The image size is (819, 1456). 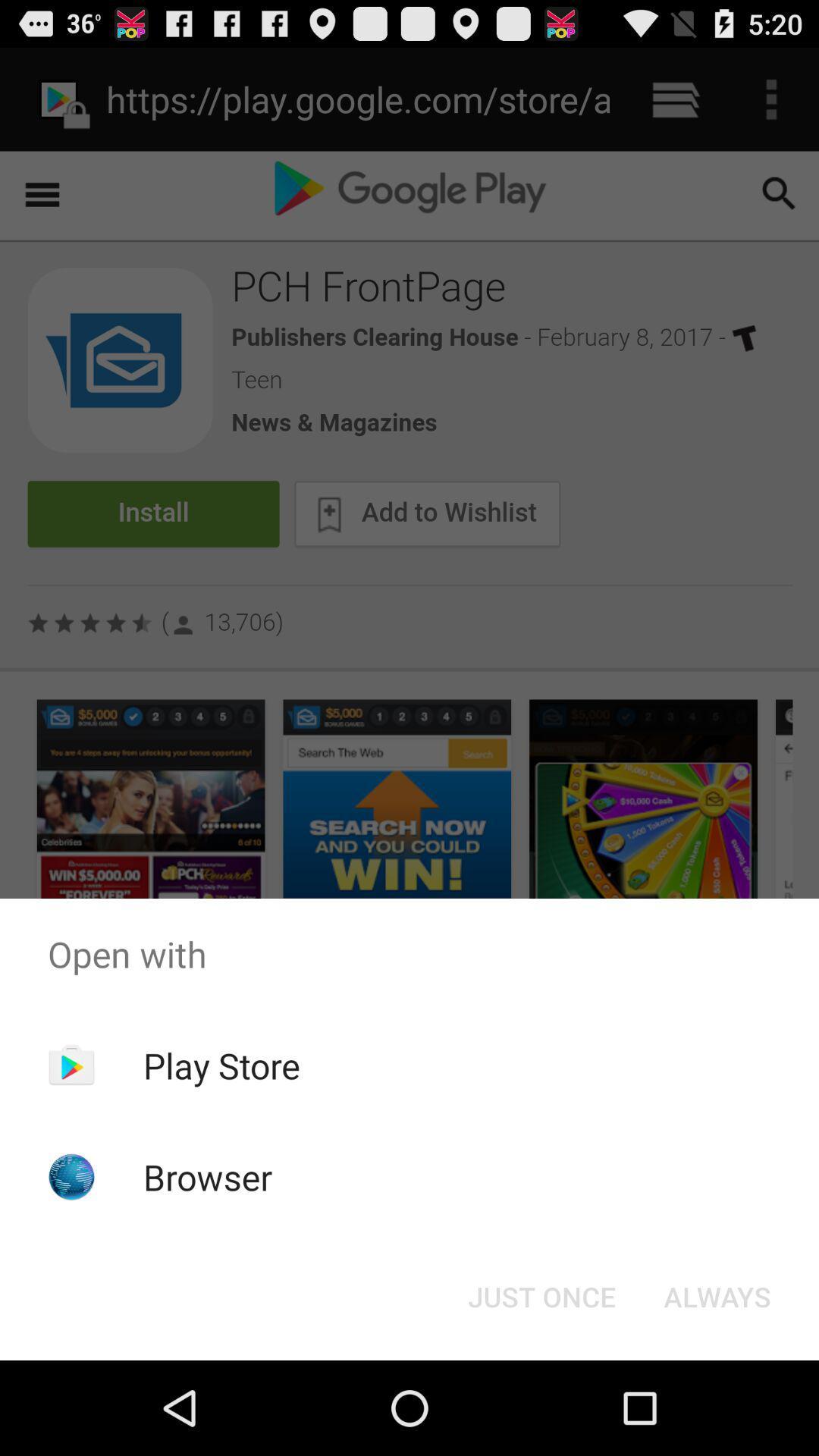 I want to click on the browser, so click(x=208, y=1176).